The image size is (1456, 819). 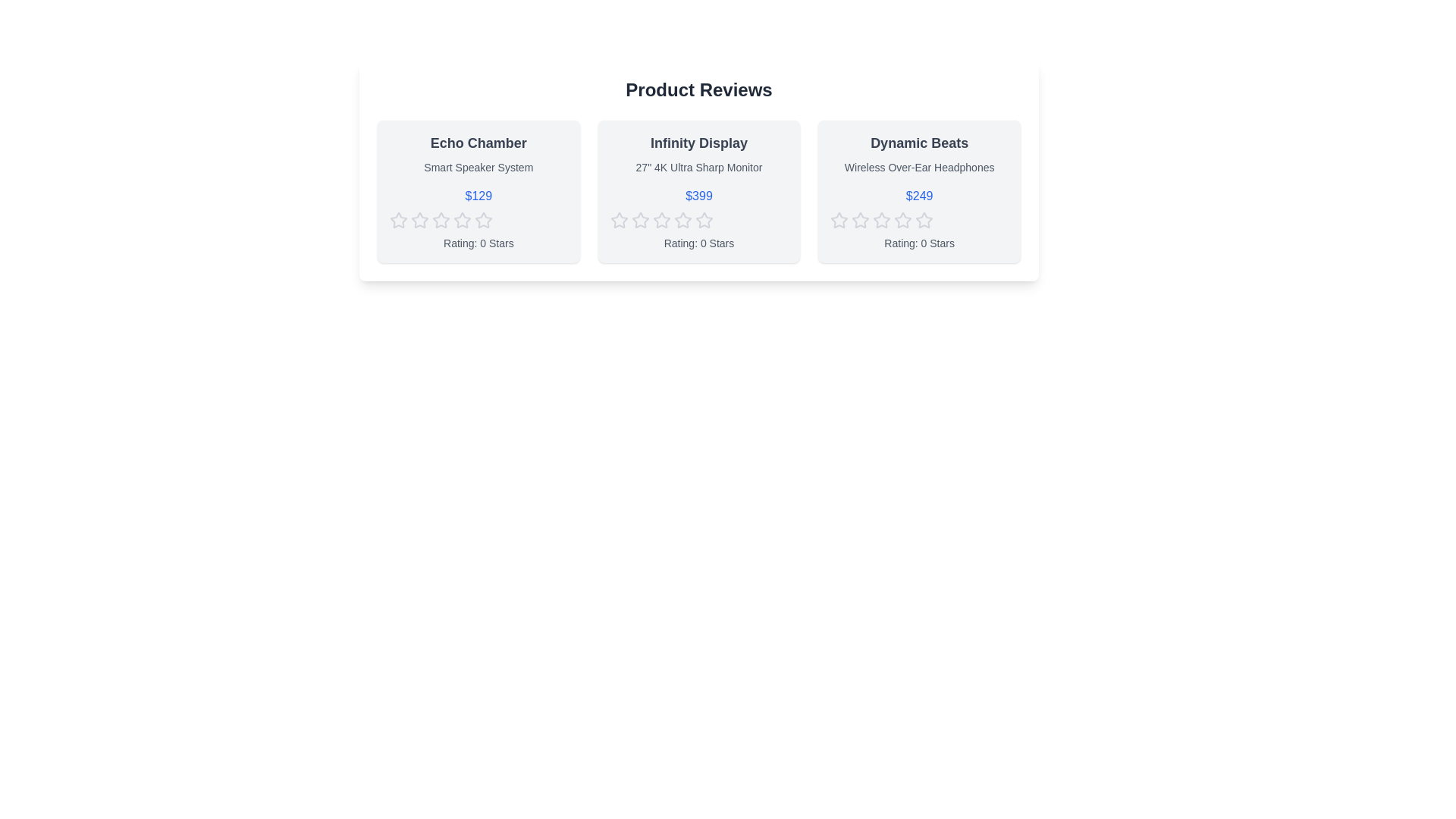 I want to click on the fourth star icon in the horizontal group of five stars used for rating under the product 'Infinity Display', so click(x=682, y=220).